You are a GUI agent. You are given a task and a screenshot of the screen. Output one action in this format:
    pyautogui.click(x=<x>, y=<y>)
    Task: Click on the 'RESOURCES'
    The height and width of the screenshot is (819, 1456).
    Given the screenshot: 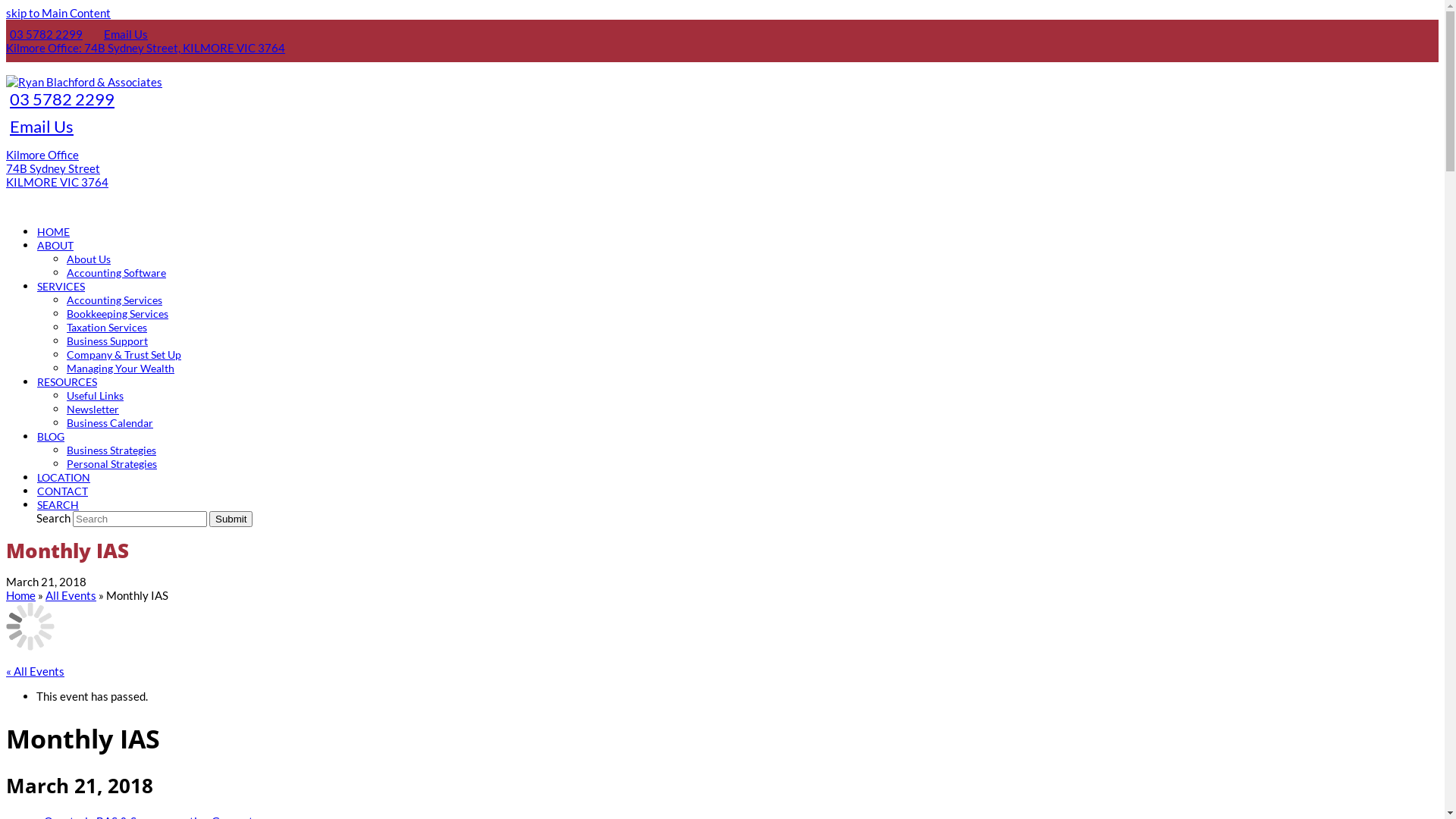 What is the action you would take?
    pyautogui.click(x=66, y=380)
    